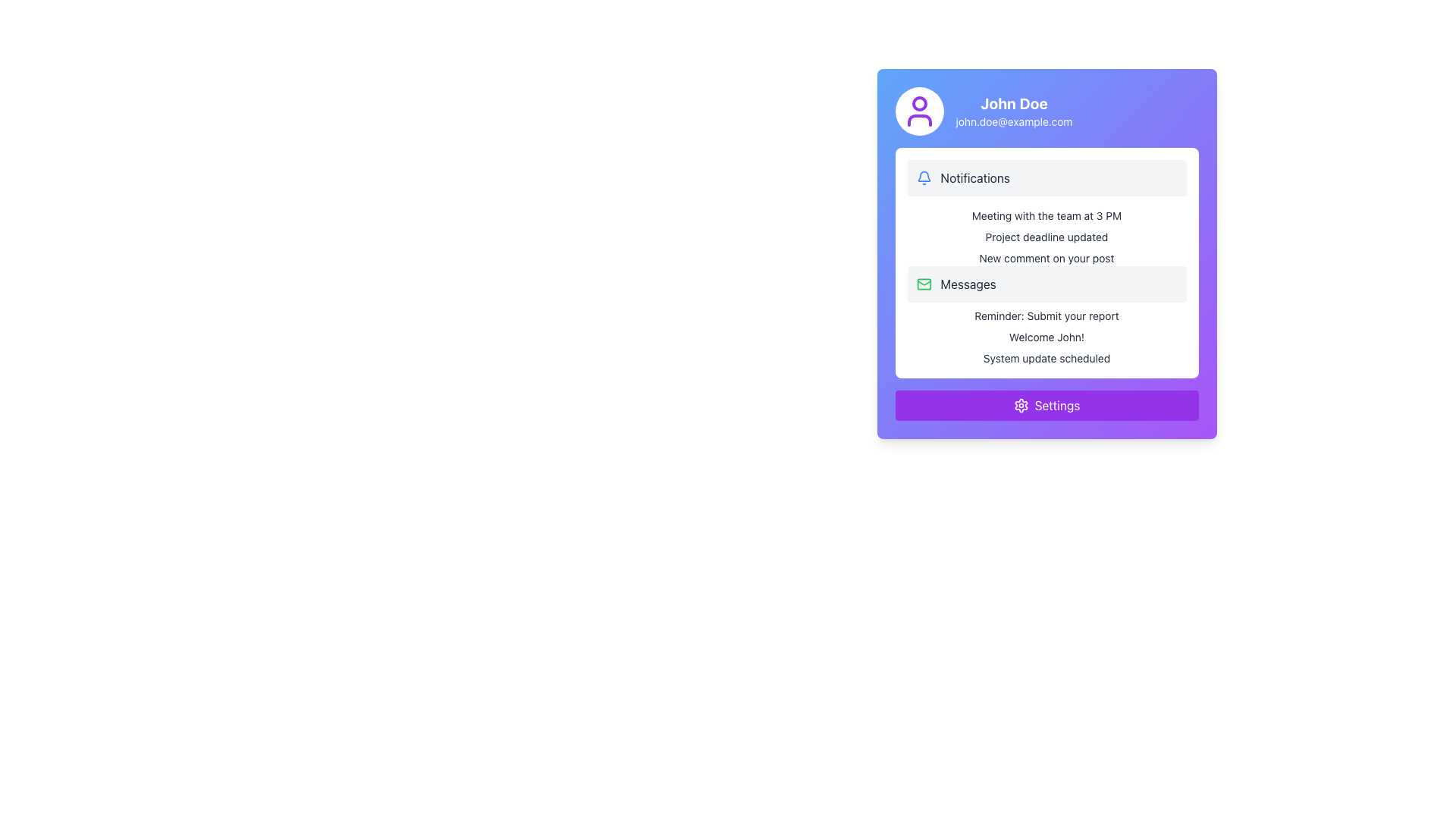 This screenshot has height=819, width=1456. Describe the element at coordinates (1046, 216) in the screenshot. I see `the text label displaying 'Meeting with the team at 3 PM' located in the notifications section as the first item in the list` at that location.